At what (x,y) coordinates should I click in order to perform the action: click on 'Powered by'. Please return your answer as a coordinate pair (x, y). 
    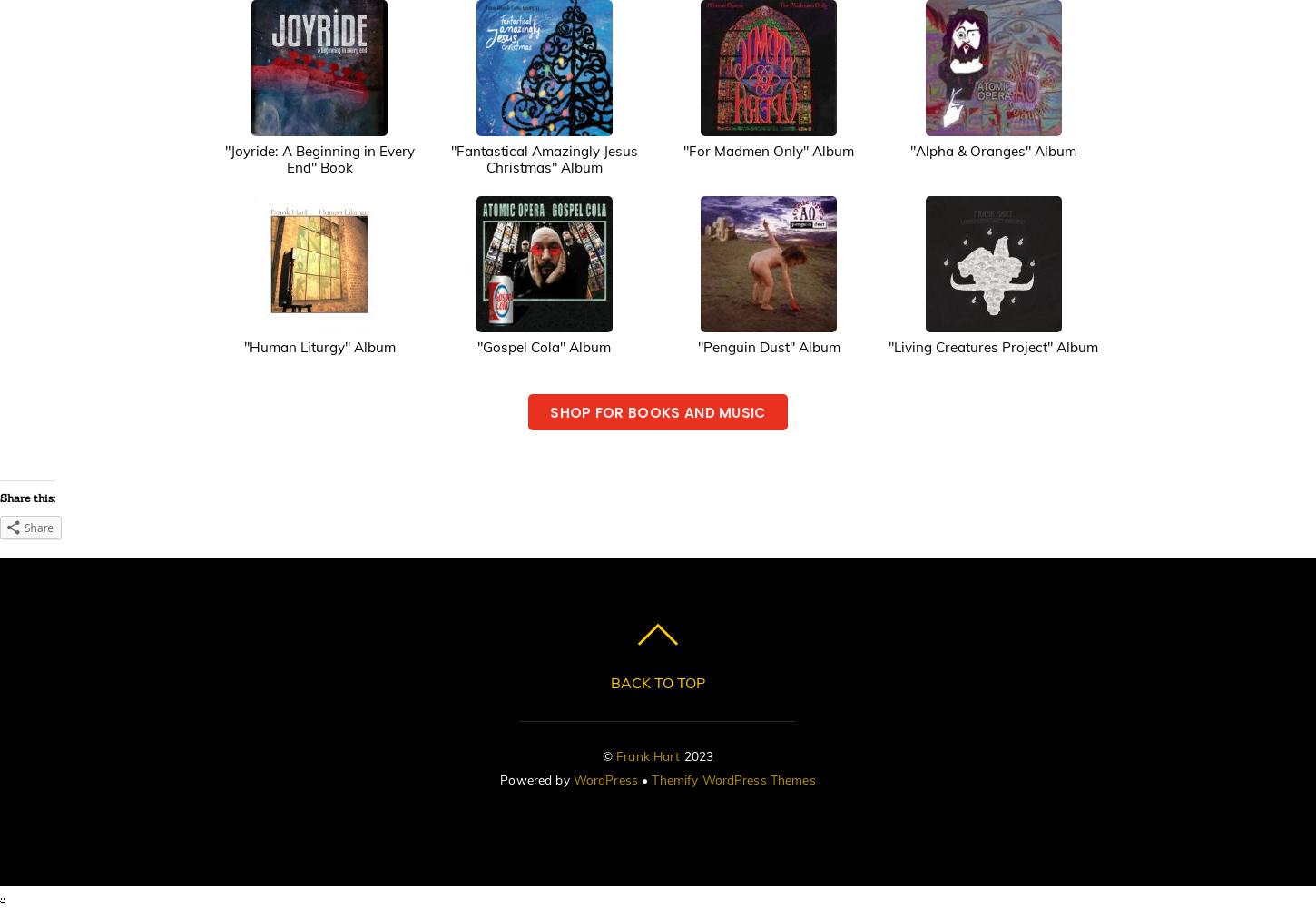
    Looking at the image, I should click on (536, 778).